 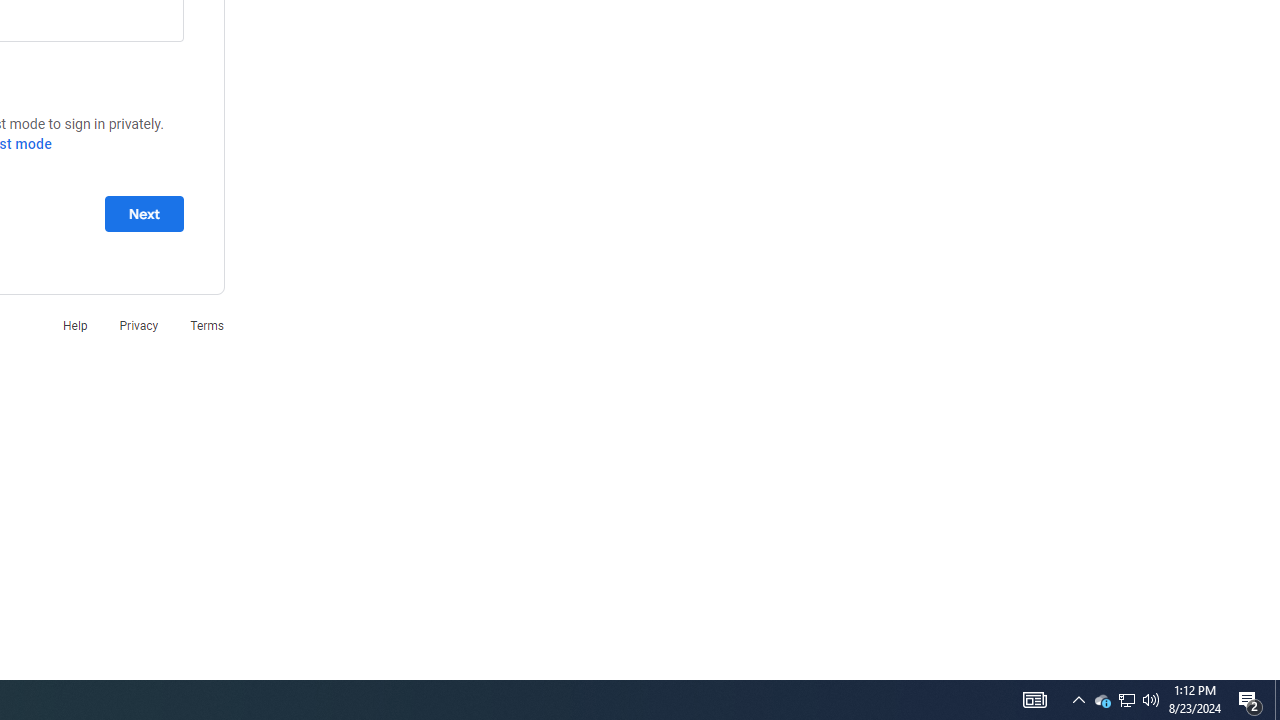 What do you see at coordinates (1034, 698) in the screenshot?
I see `'AutomationID: 4105'` at bounding box center [1034, 698].